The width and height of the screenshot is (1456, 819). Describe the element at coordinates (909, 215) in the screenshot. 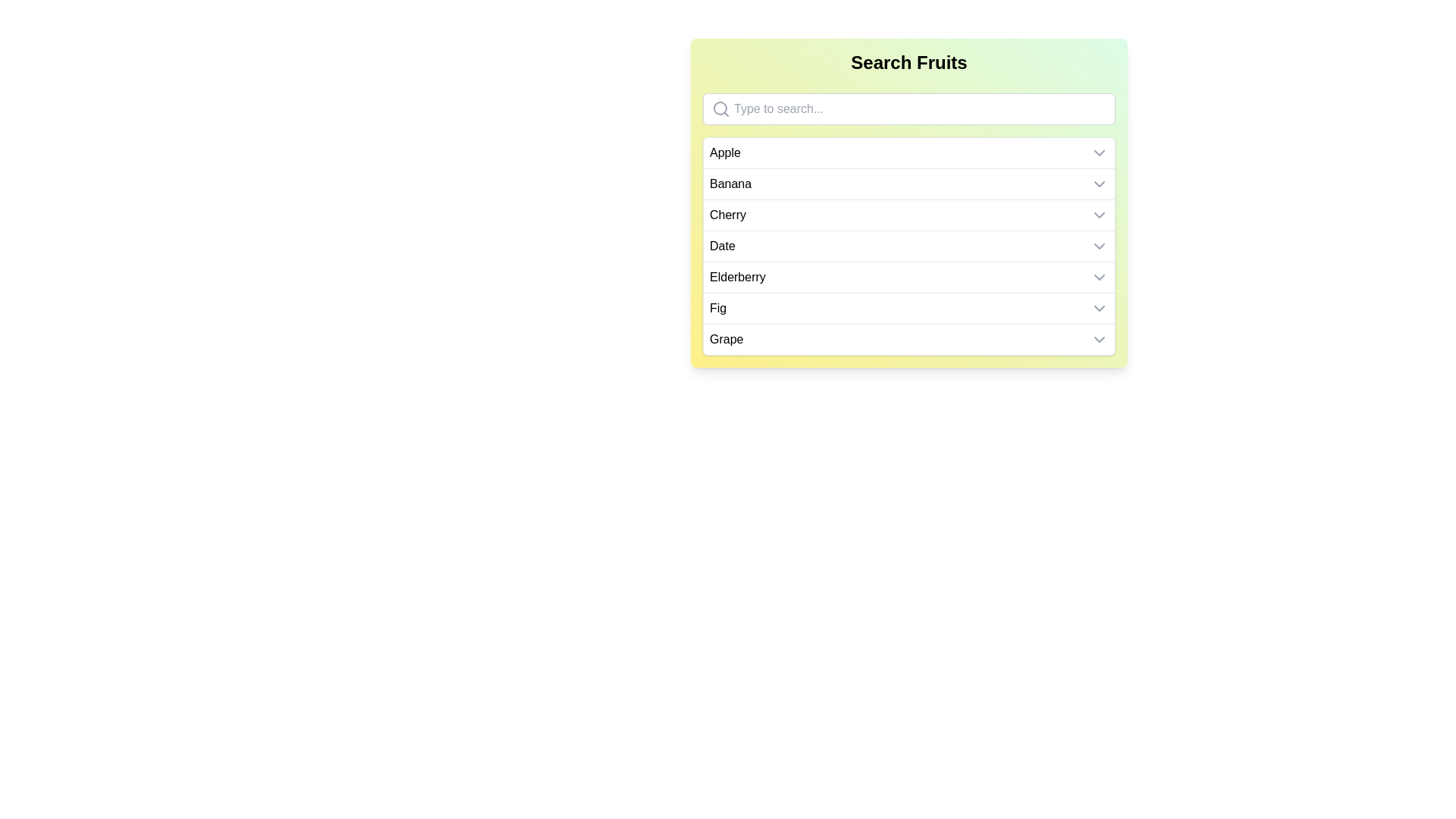

I see `the 'Cherry' list item with a dropdown indicator` at that location.